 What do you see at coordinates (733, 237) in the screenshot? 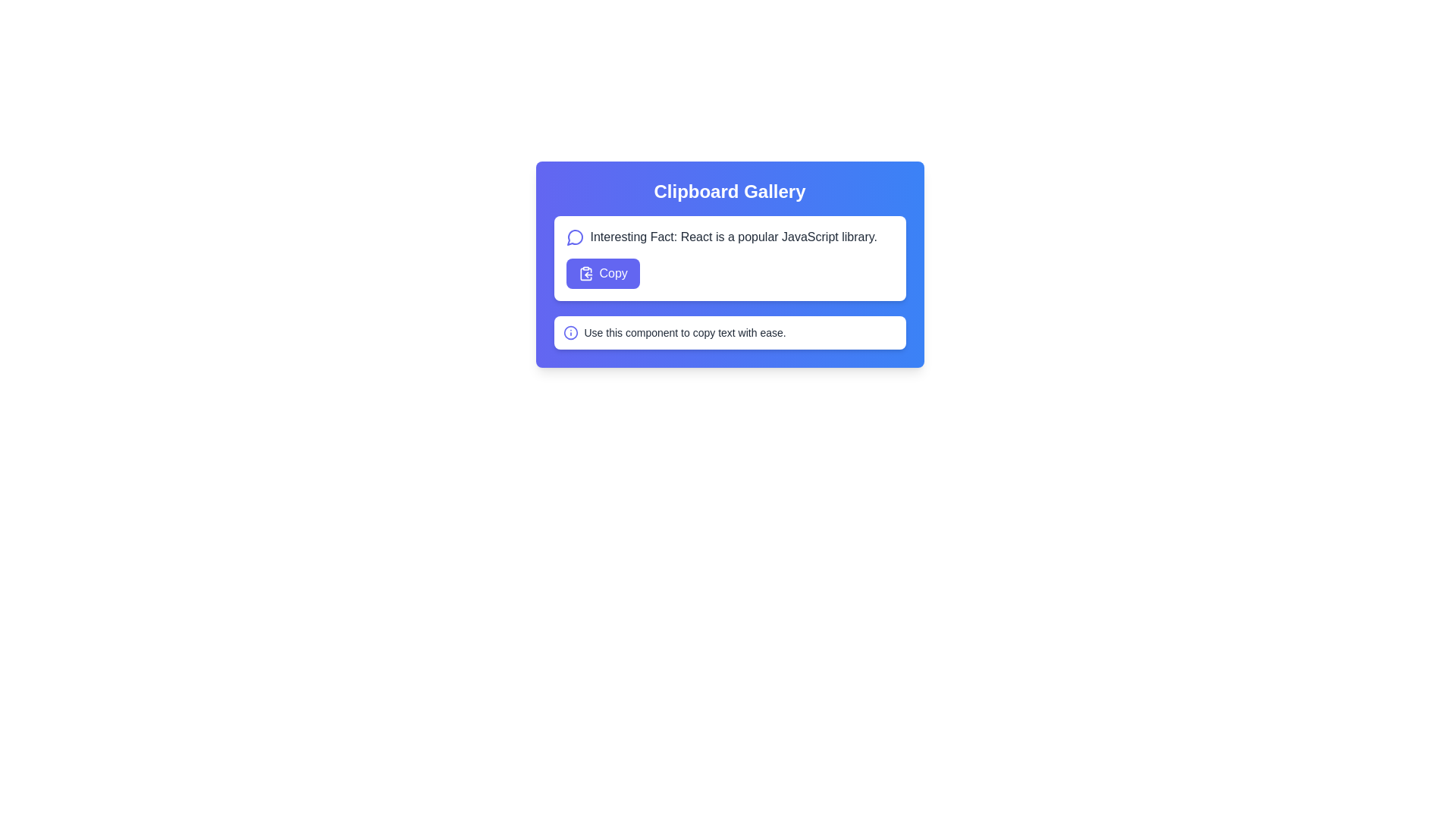
I see `the static text element displaying an intriguing fact about React, which is positioned to the right of a chat bubble icon and centered vertically` at bounding box center [733, 237].